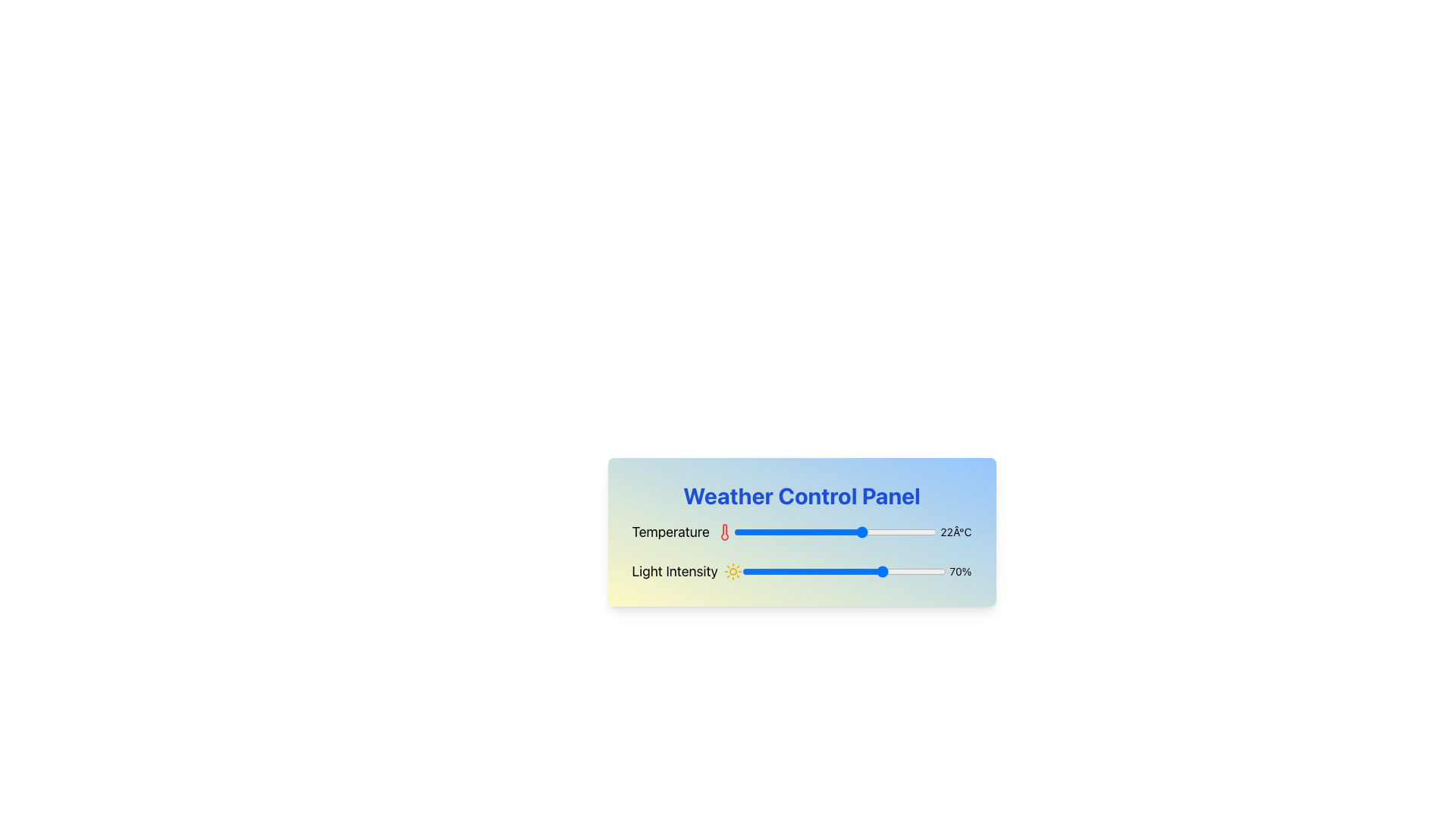 This screenshot has height=819, width=1456. I want to click on light intensity, so click(755, 571).